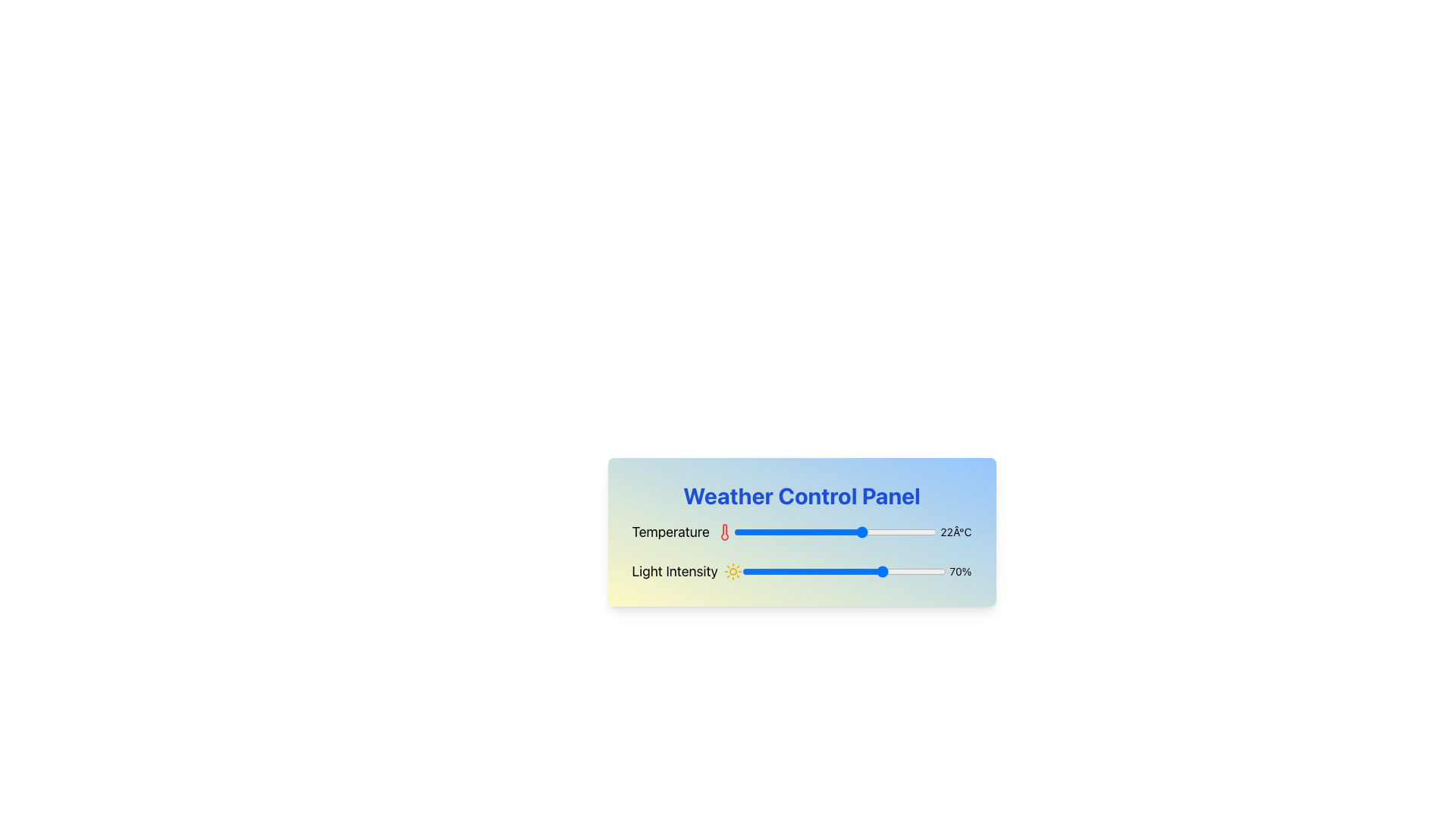 This screenshot has height=819, width=1456. I want to click on light intensity, so click(755, 571).